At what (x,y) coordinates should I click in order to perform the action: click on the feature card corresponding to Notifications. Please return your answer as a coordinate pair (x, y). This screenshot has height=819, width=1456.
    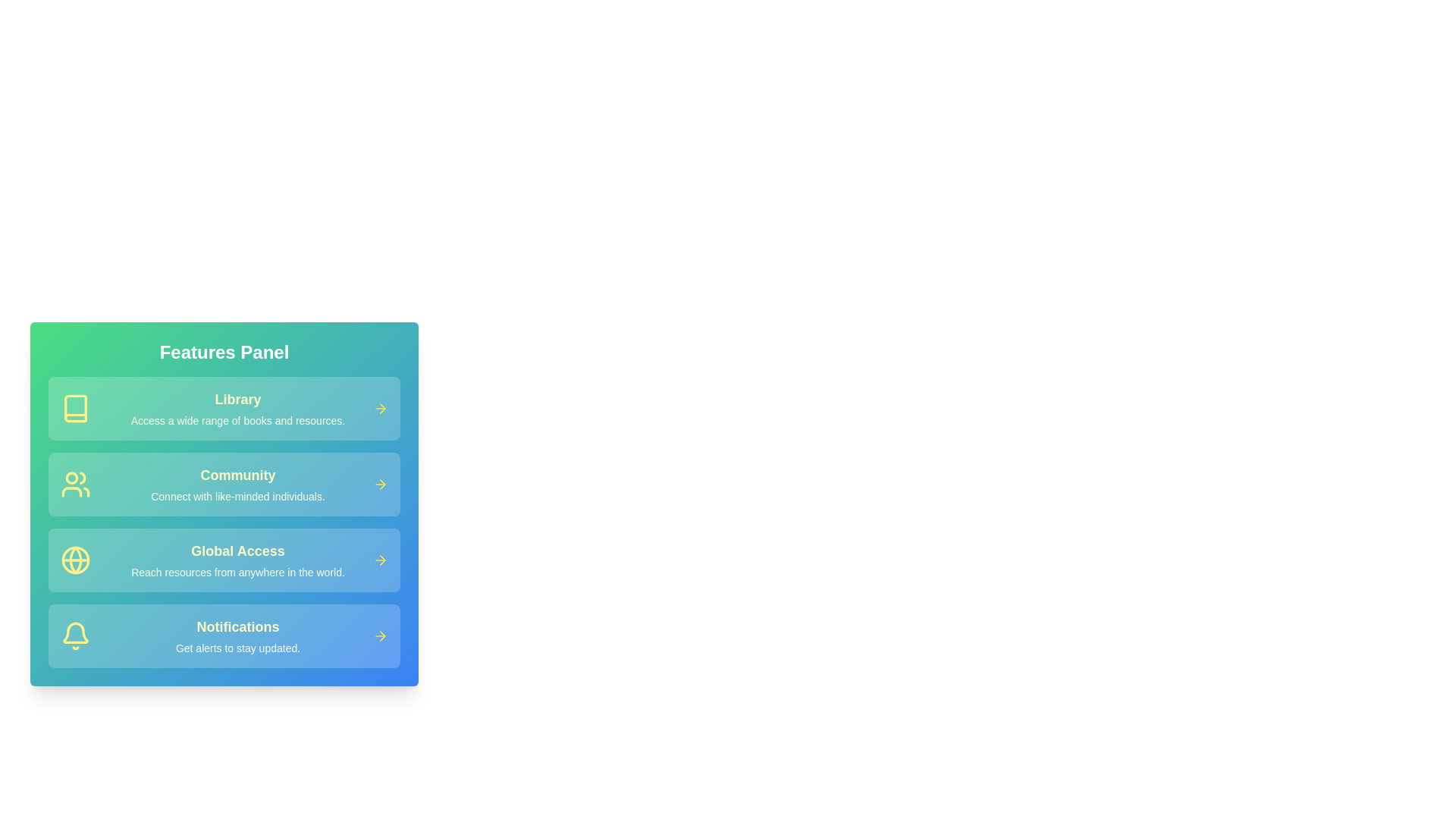
    Looking at the image, I should click on (224, 636).